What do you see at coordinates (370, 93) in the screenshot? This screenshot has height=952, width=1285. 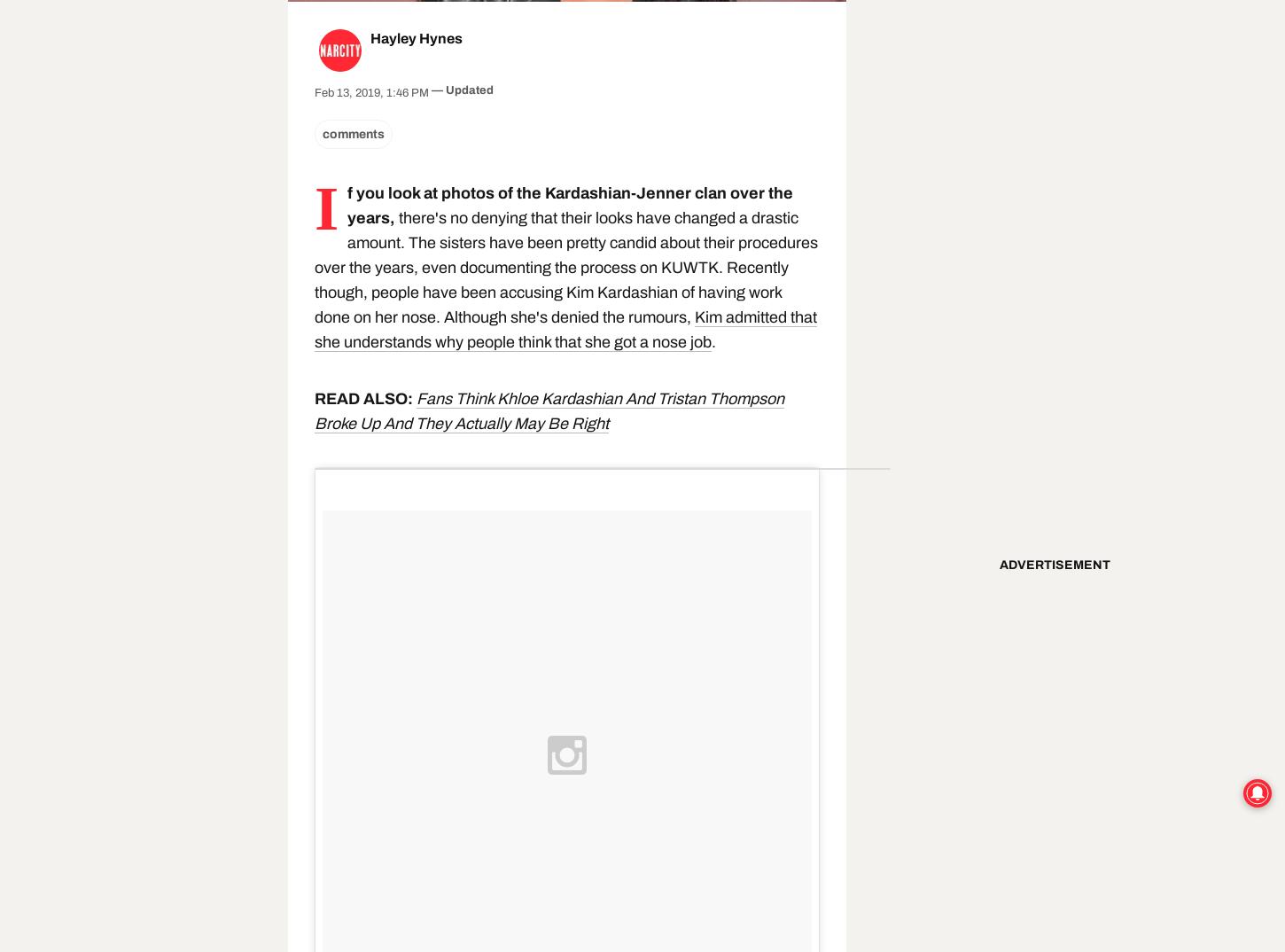 I see `'Feb 13, 2019, 1:46 PM'` at bounding box center [370, 93].